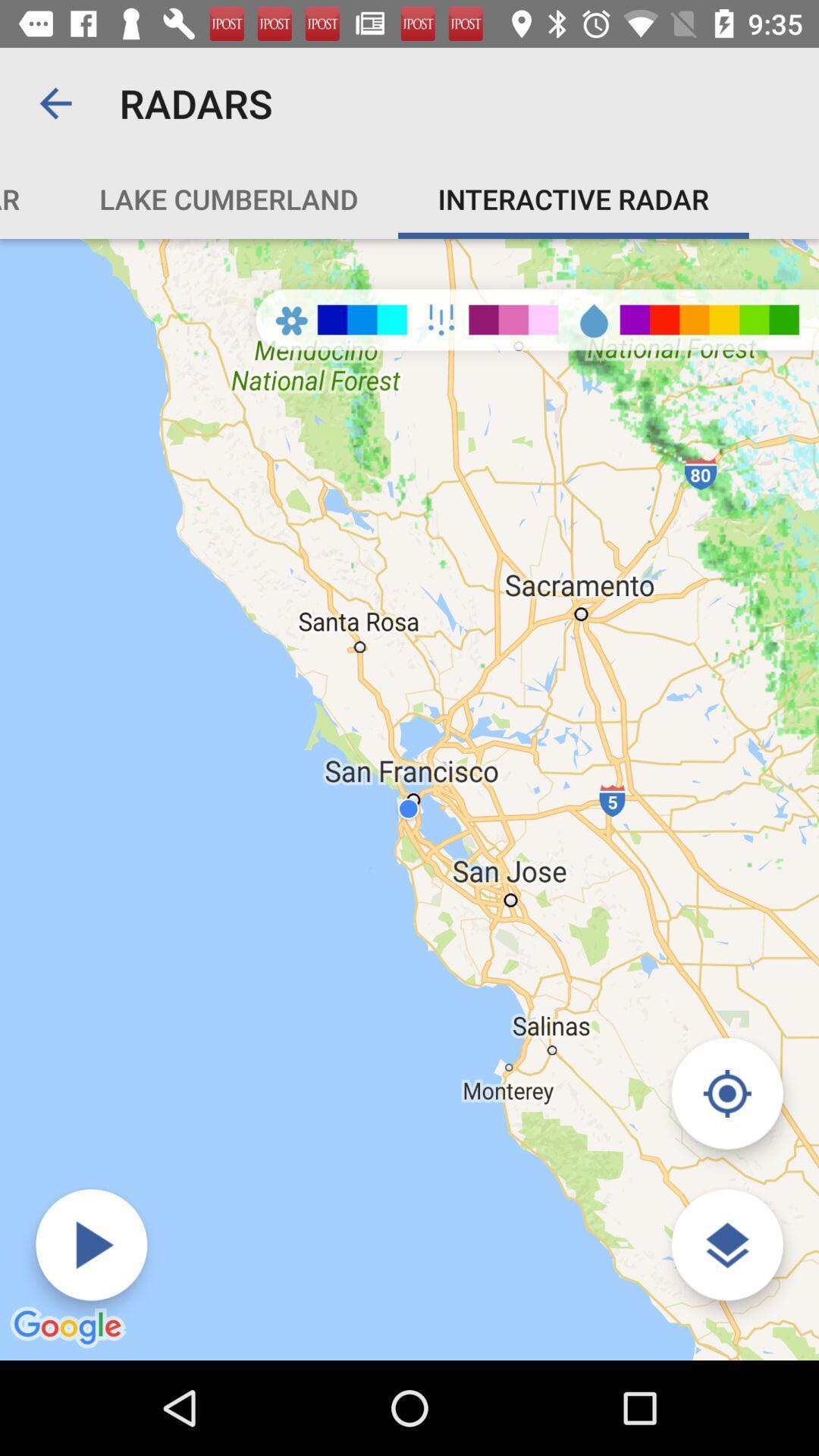 The image size is (819, 1456). I want to click on item next to radars icon, so click(55, 102).